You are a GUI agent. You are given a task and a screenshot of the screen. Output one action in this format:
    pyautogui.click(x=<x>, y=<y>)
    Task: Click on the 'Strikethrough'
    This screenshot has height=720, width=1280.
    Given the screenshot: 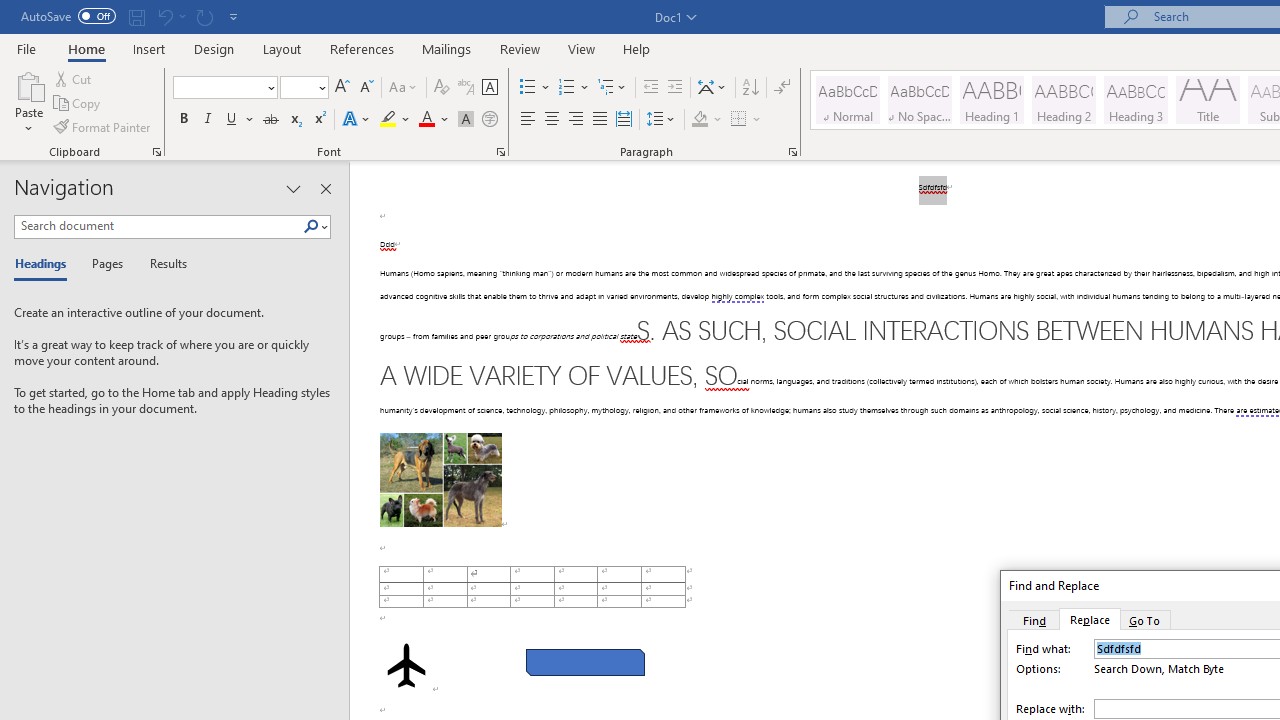 What is the action you would take?
    pyautogui.click(x=269, y=119)
    